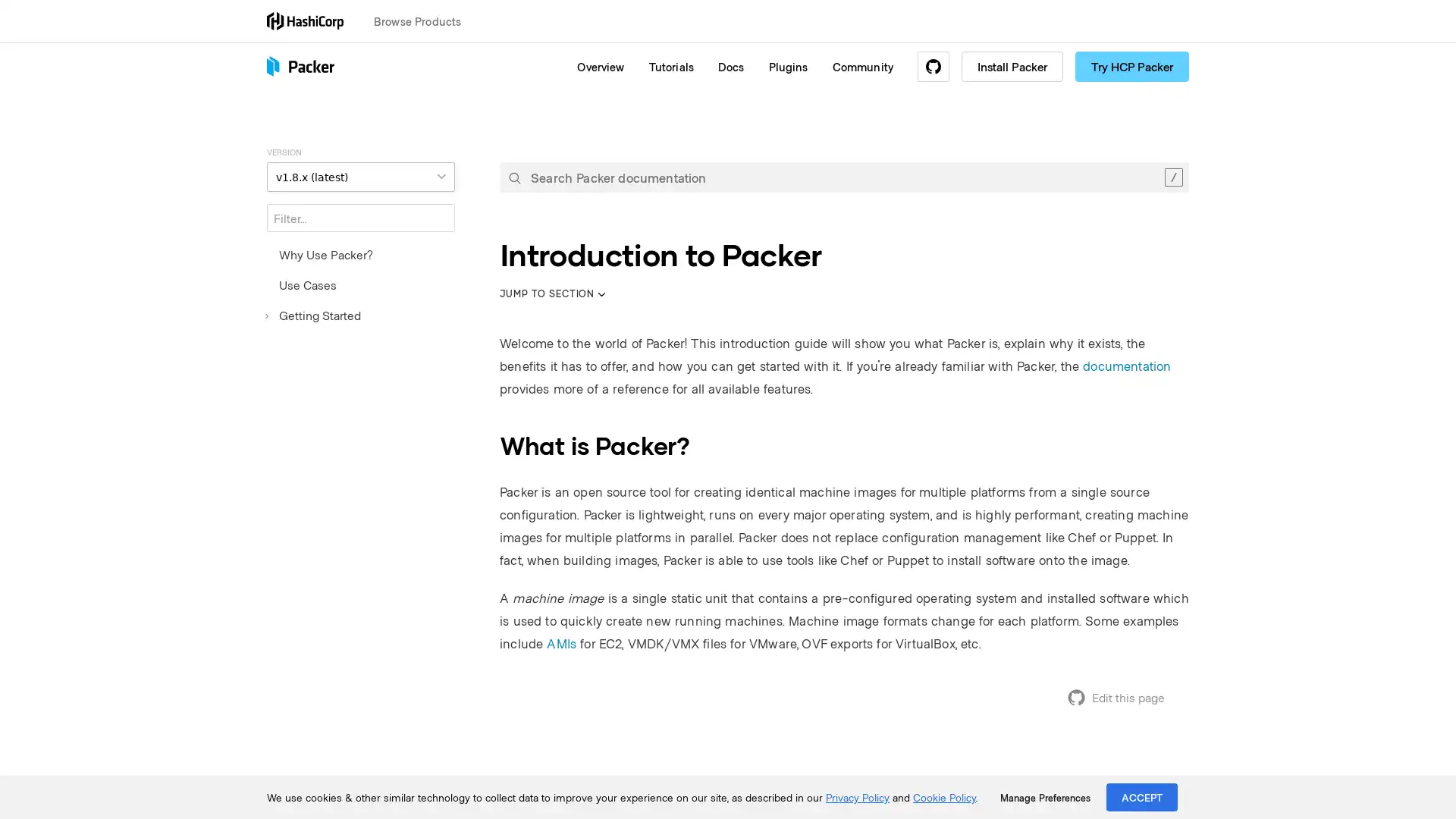 This screenshot has height=819, width=1456. What do you see at coordinates (312, 315) in the screenshot?
I see `Getting Started` at bounding box center [312, 315].